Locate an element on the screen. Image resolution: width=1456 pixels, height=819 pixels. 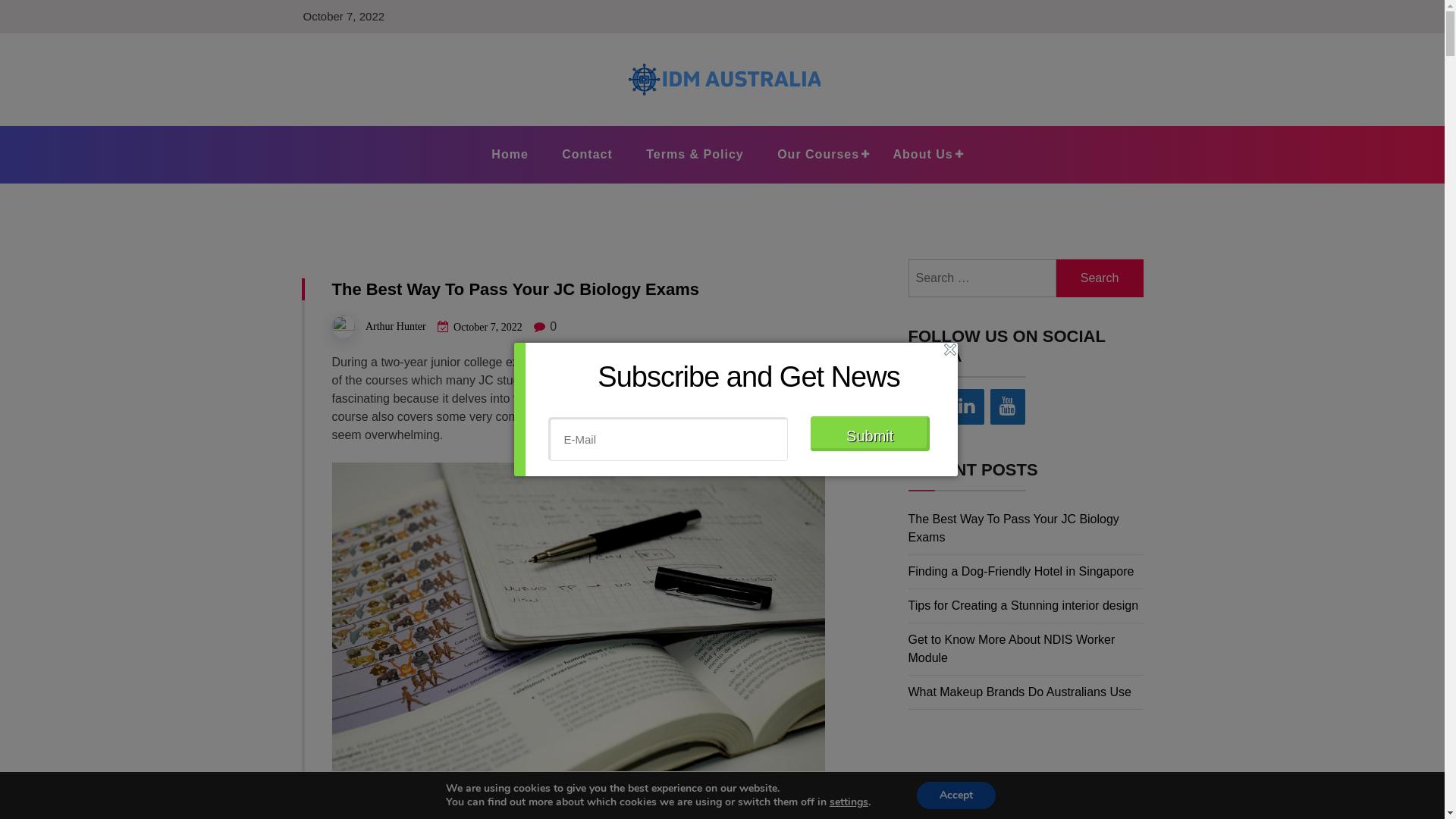
'YouTube' is located at coordinates (1008, 406).